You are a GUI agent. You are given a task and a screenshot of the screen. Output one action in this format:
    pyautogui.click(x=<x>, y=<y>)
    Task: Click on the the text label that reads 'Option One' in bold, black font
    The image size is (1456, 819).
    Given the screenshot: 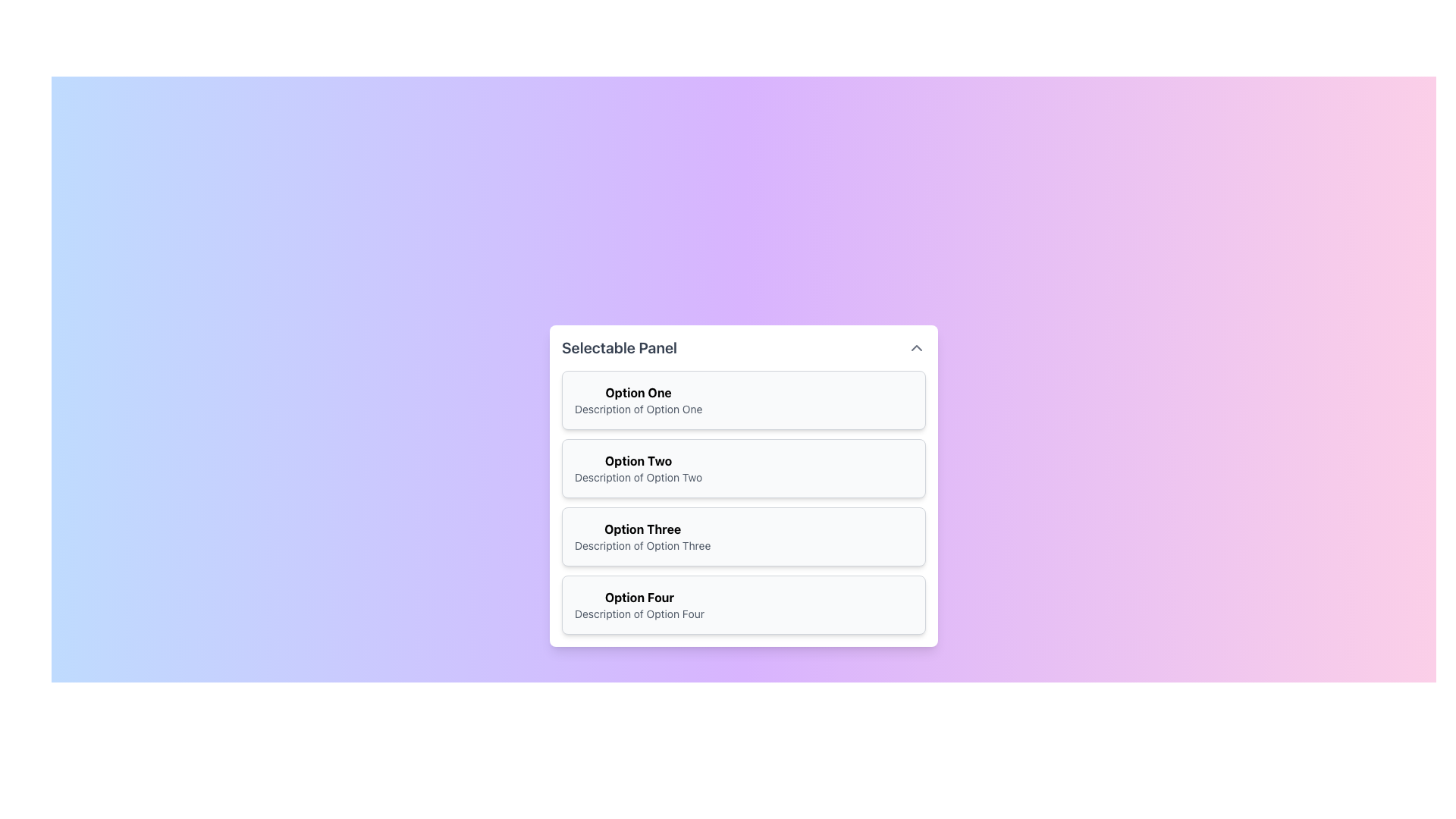 What is the action you would take?
    pyautogui.click(x=639, y=391)
    